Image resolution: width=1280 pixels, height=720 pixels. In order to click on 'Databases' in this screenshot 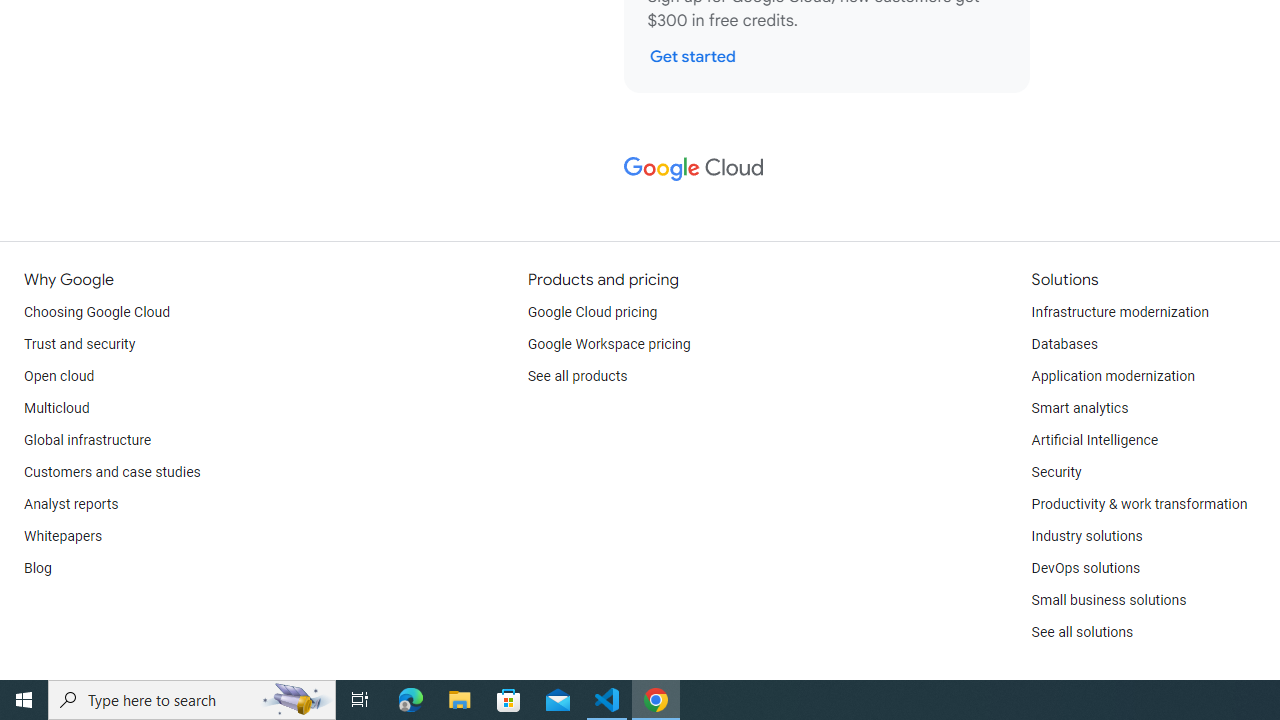, I will do `click(1063, 343)`.